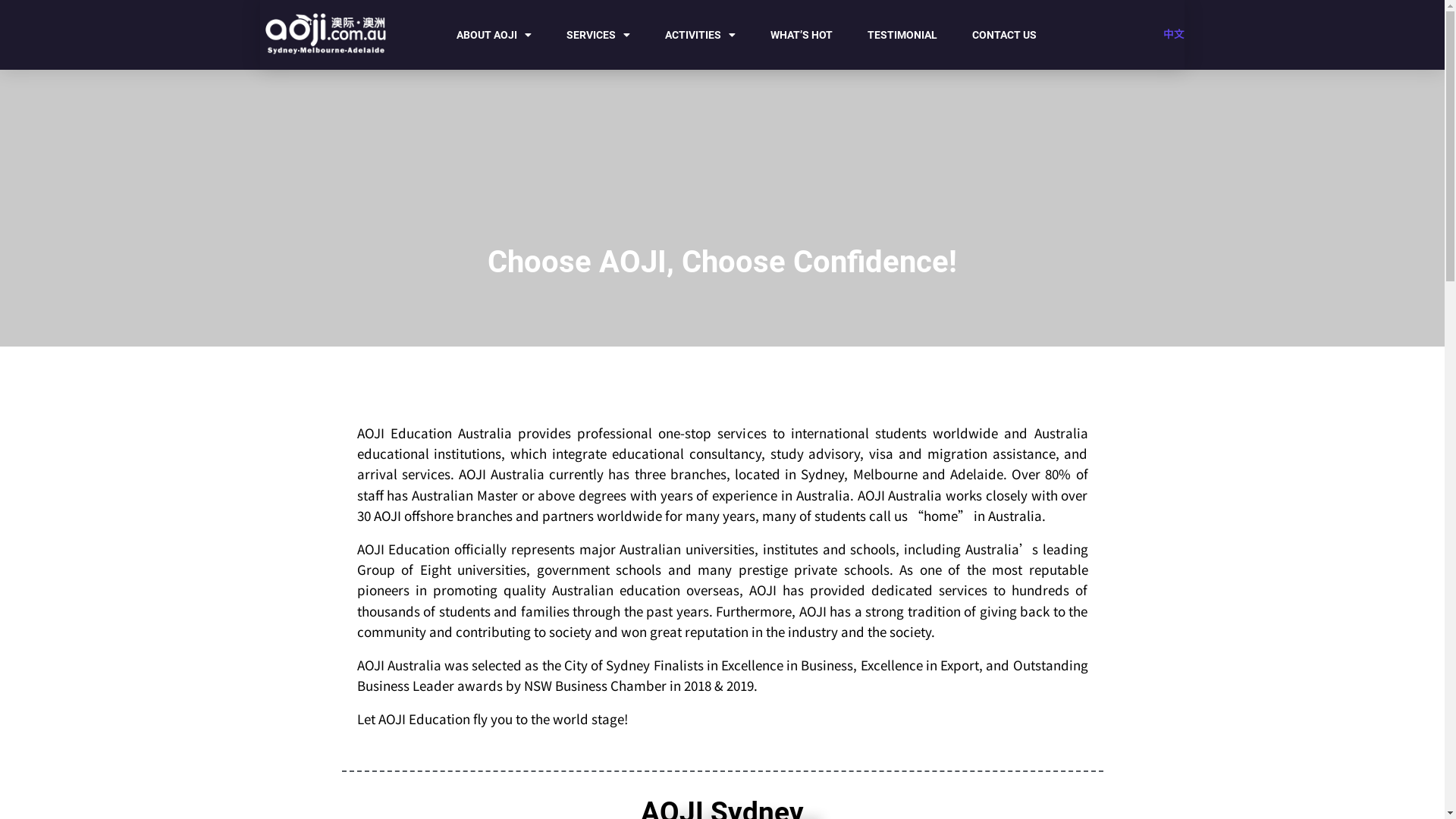 The image size is (1456, 819). Describe the element at coordinates (494, 34) in the screenshot. I see `'ABOUT AOJI'` at that location.